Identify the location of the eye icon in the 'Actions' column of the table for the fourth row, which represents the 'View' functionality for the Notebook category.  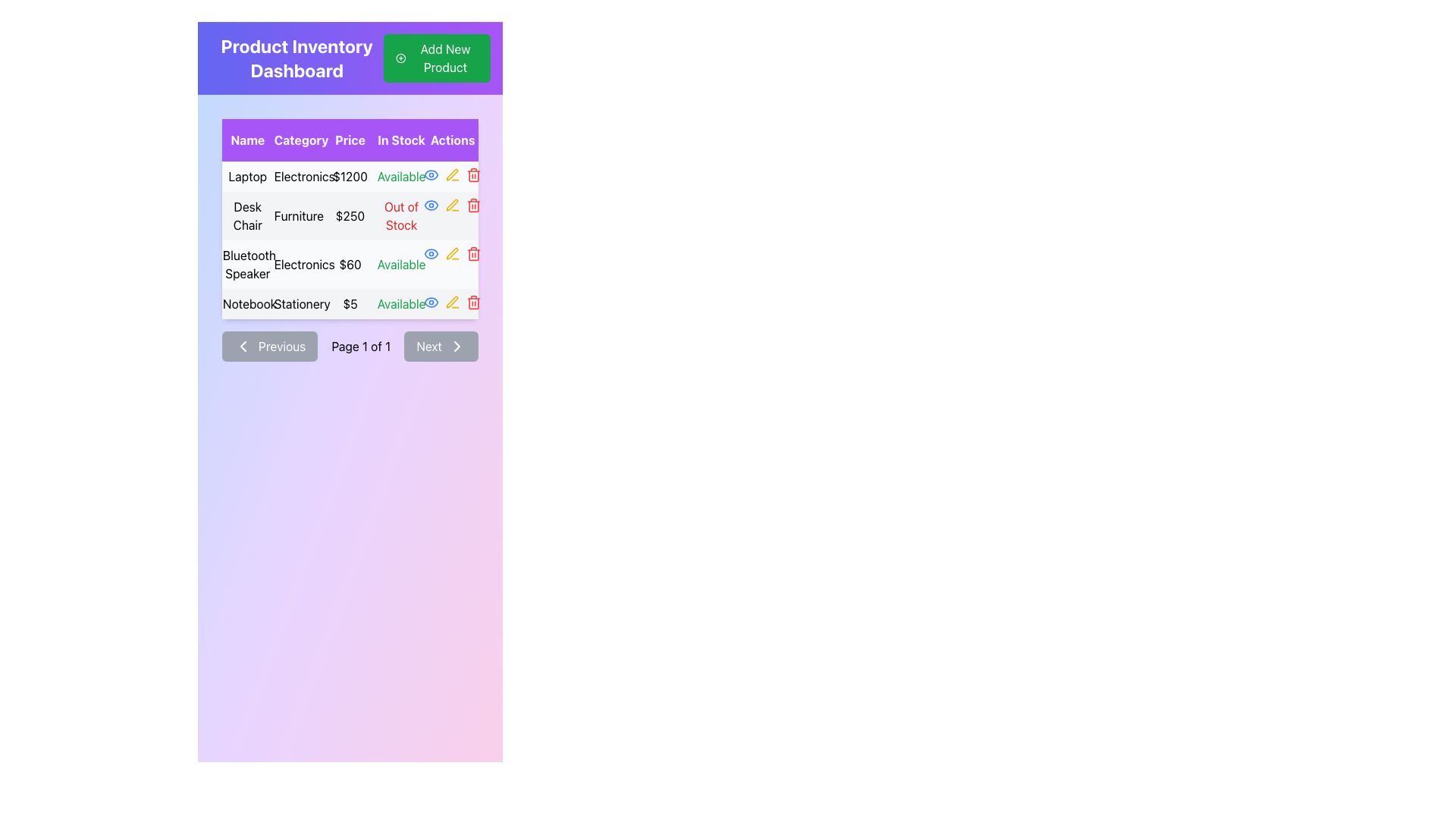
(431, 205).